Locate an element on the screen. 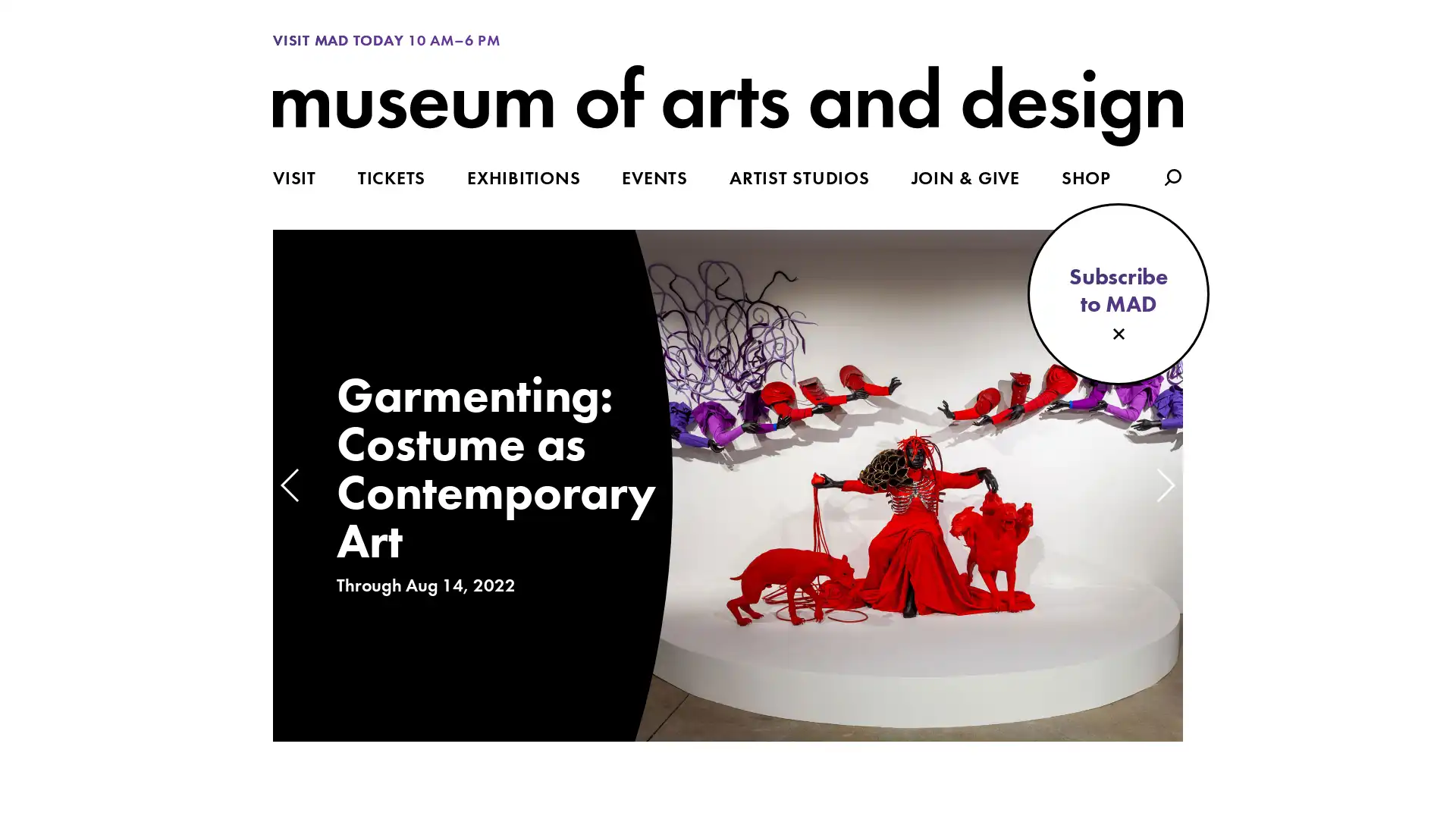 The image size is (1456, 819). Next slide is located at coordinates (1164, 485).